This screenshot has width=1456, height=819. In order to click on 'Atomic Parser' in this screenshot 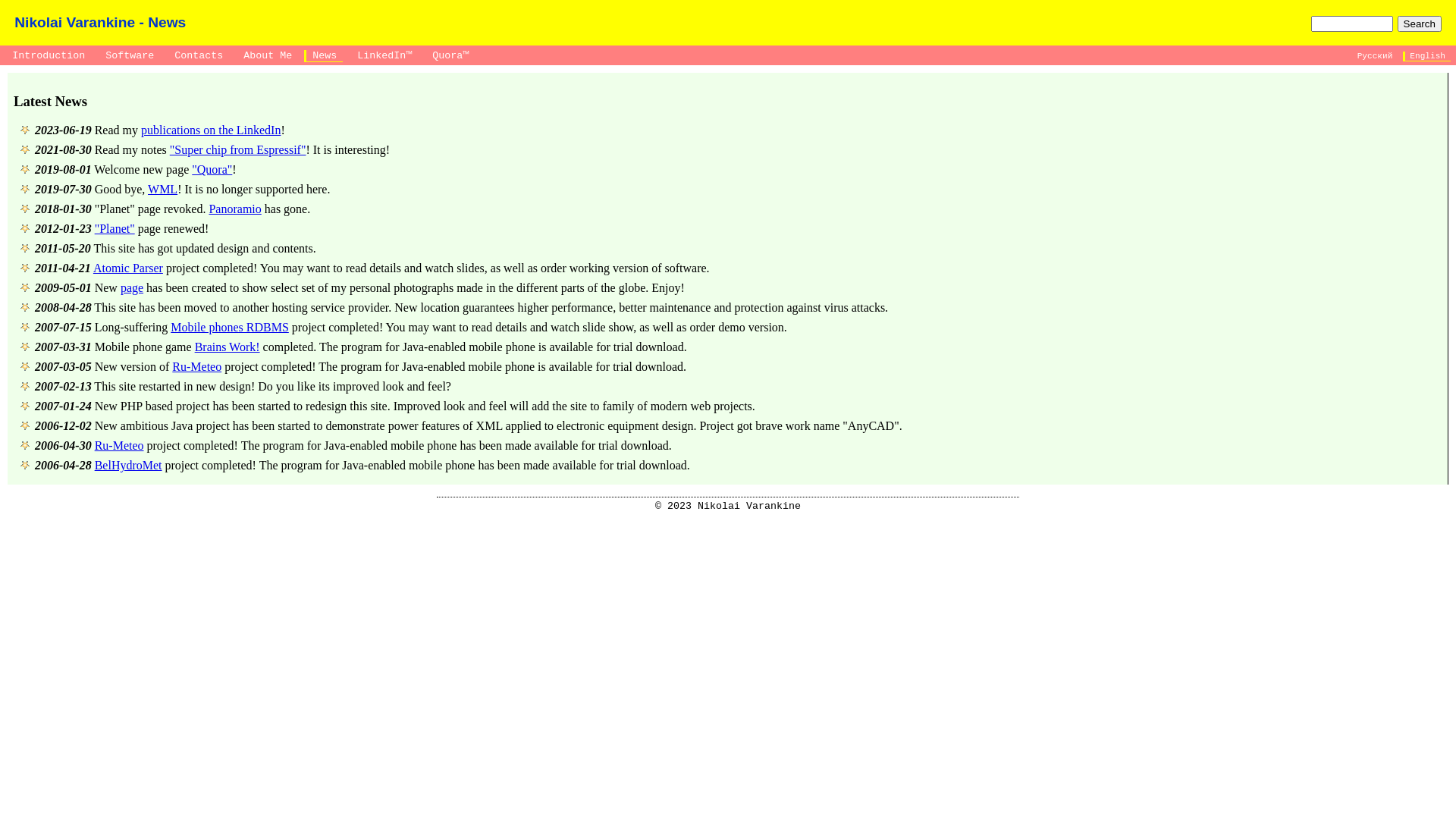, I will do `click(127, 267)`.